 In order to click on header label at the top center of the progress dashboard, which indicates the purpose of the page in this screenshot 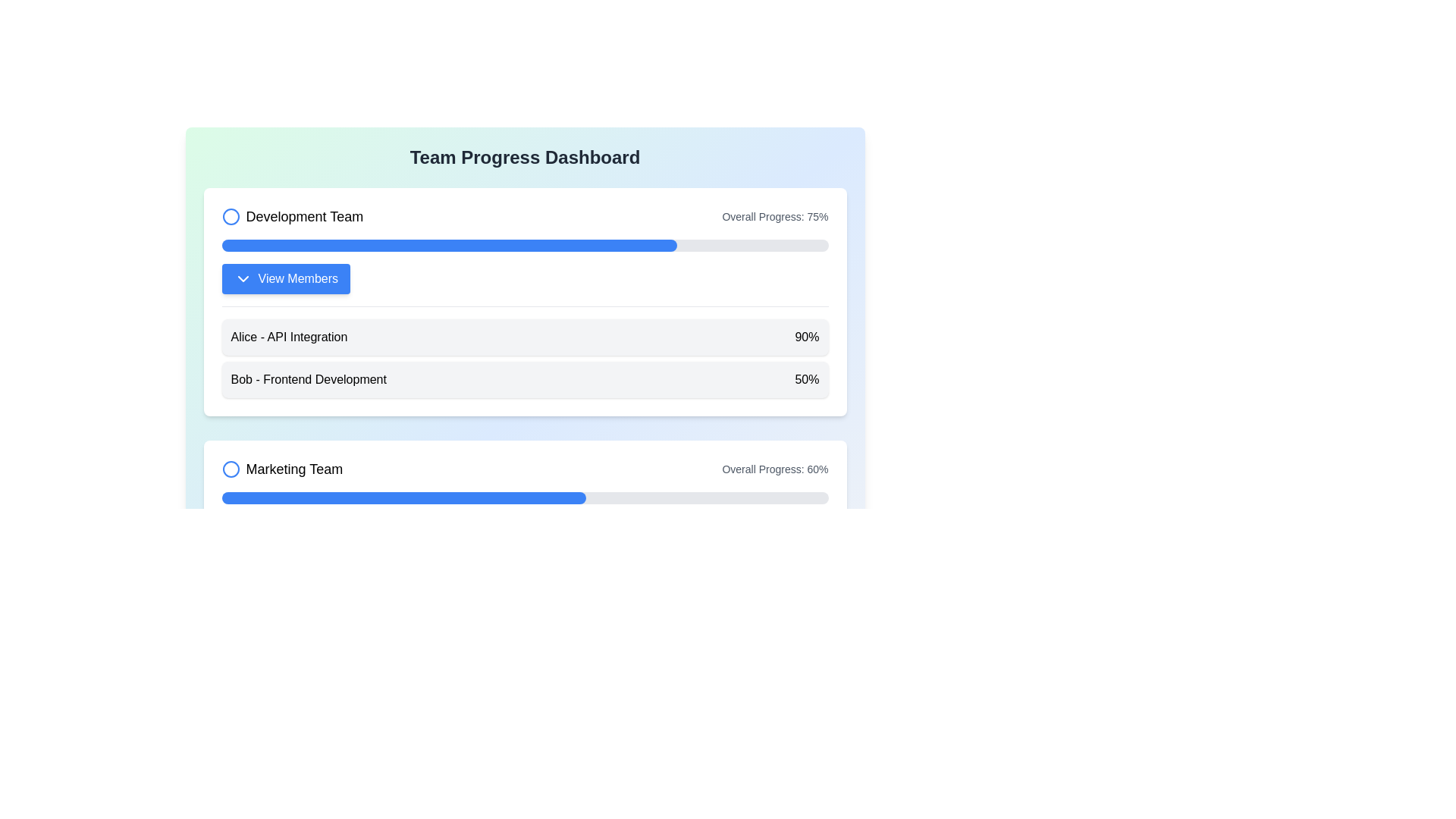, I will do `click(525, 158)`.